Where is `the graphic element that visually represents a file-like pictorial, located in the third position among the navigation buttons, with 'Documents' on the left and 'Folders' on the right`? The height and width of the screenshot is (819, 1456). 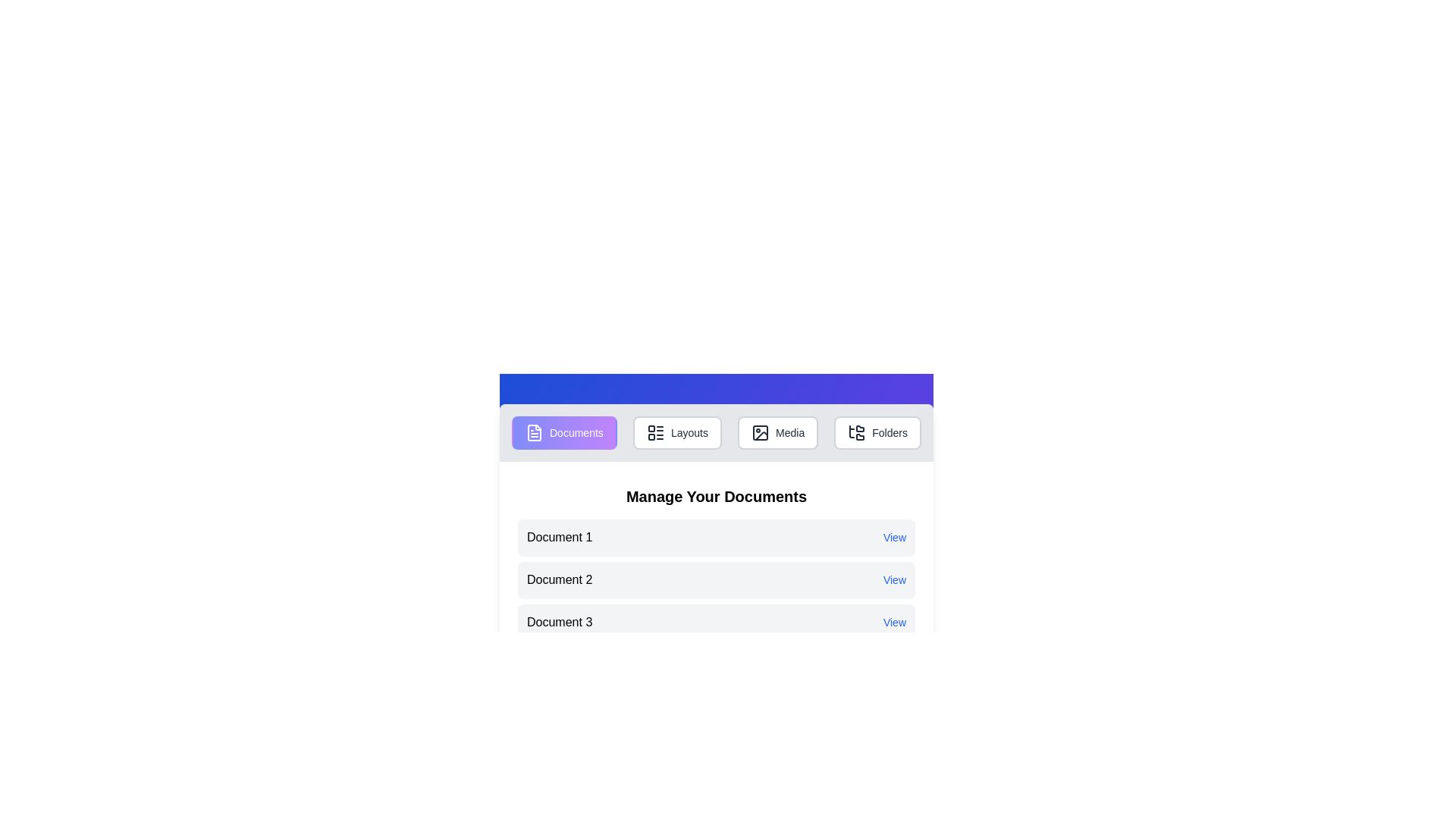
the graphic element that visually represents a file-like pictorial, located in the third position among the navigation buttons, with 'Documents' on the left and 'Folders' on the right is located at coordinates (761, 432).